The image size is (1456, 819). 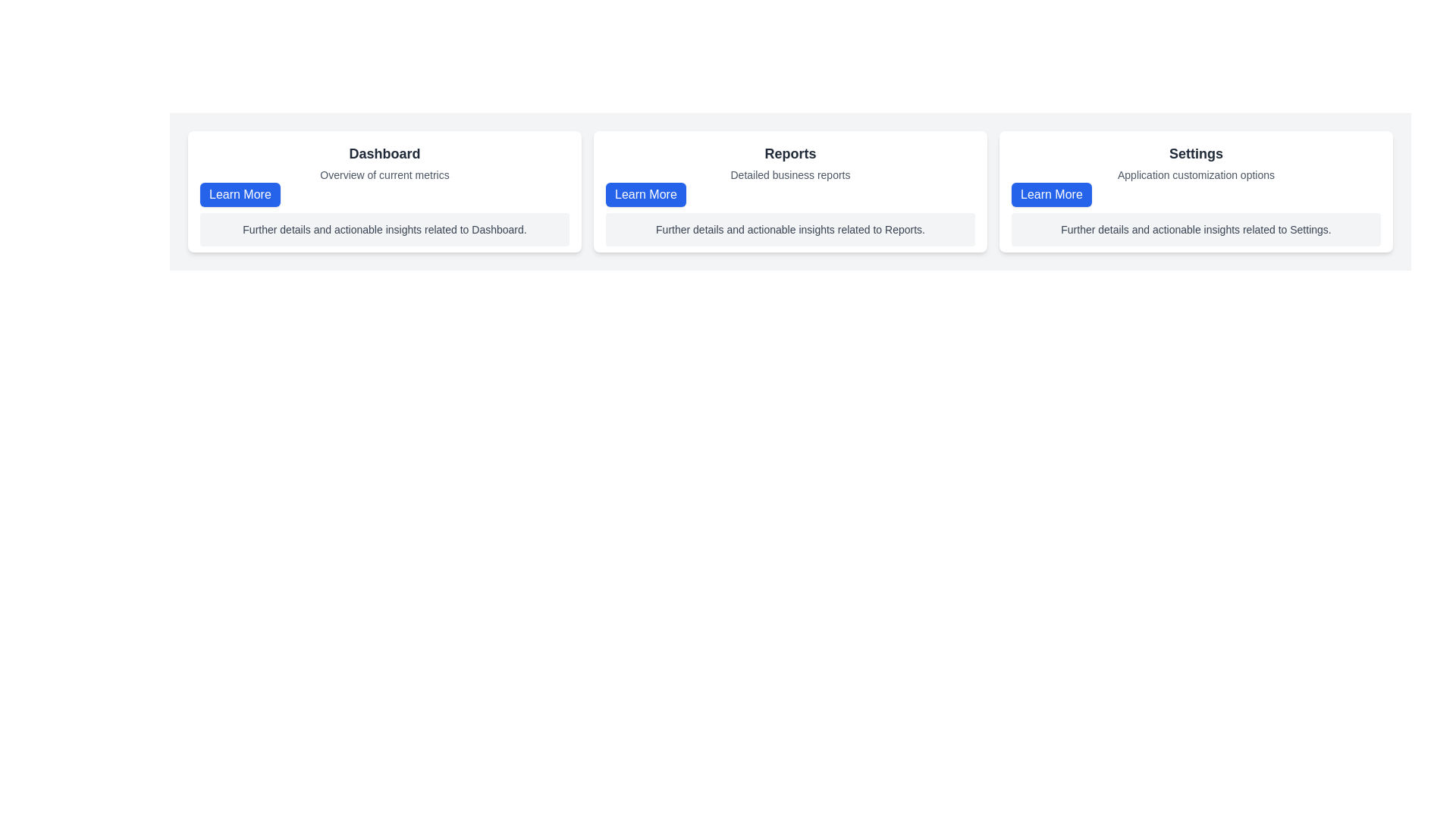 What do you see at coordinates (789, 230) in the screenshot?
I see `the supplementary information Text label located at the bottom of the 'Reports' card, which is positioned below the 'Learn More' button and the 'Detailed business reports' subtitle` at bounding box center [789, 230].